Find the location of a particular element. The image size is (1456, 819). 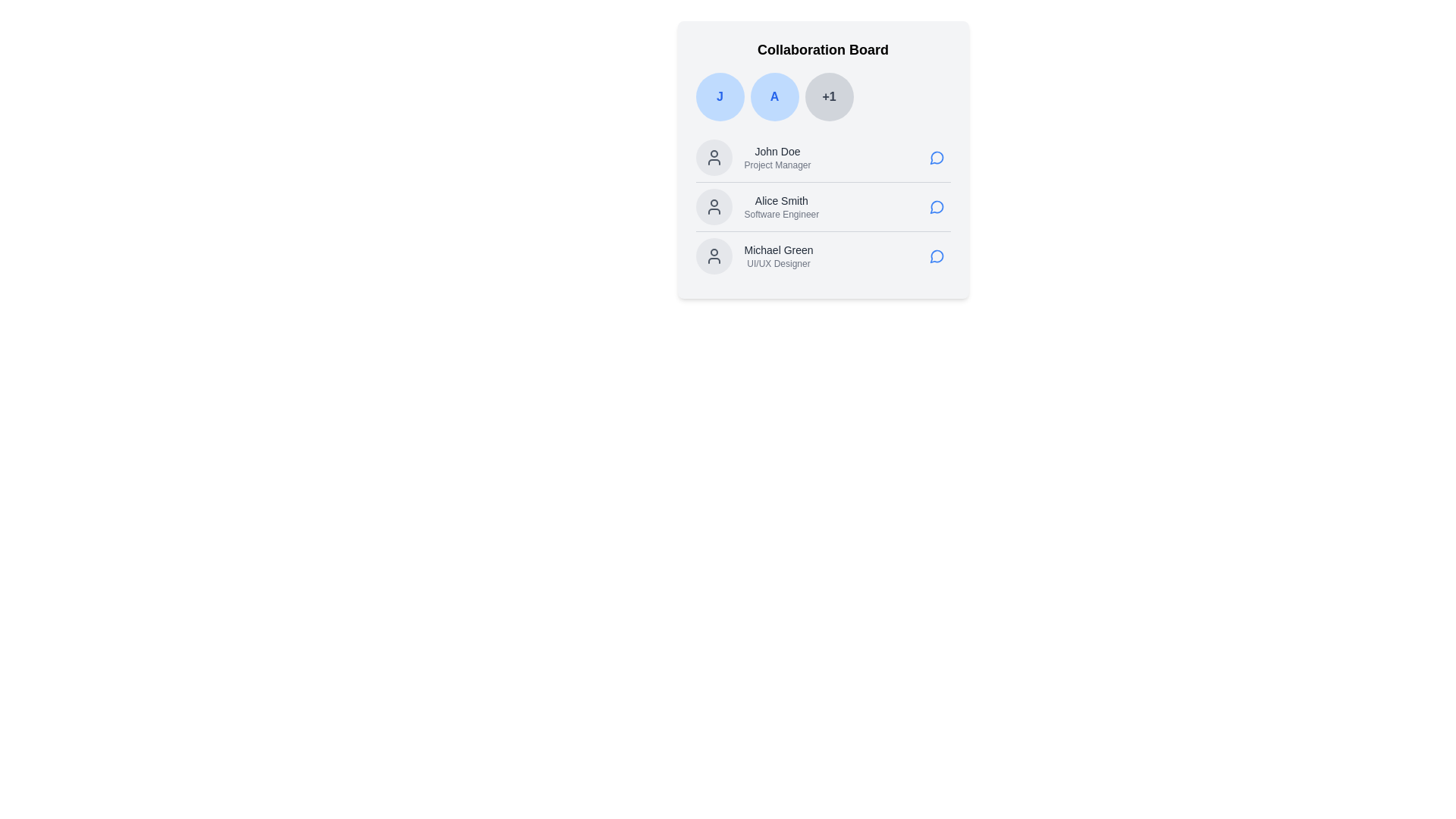

the text label displaying the name 'John Doe', which identifies the user within the team management interface, located above the subtitle 'Project Manager' is located at coordinates (777, 152).